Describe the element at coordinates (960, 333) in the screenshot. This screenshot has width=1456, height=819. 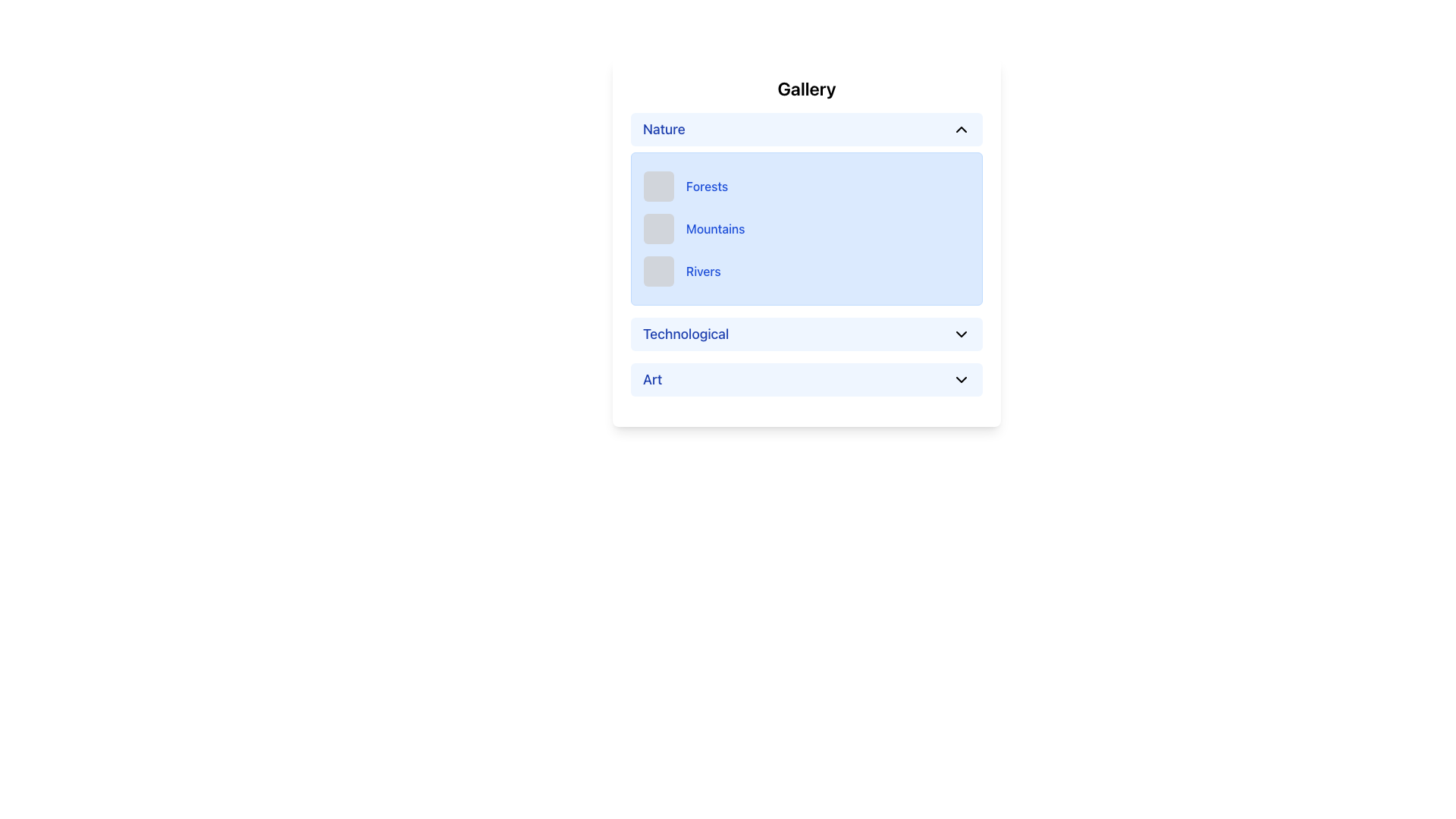
I see `the Icon button located on the right side of the 'Technological' menu label` at that location.